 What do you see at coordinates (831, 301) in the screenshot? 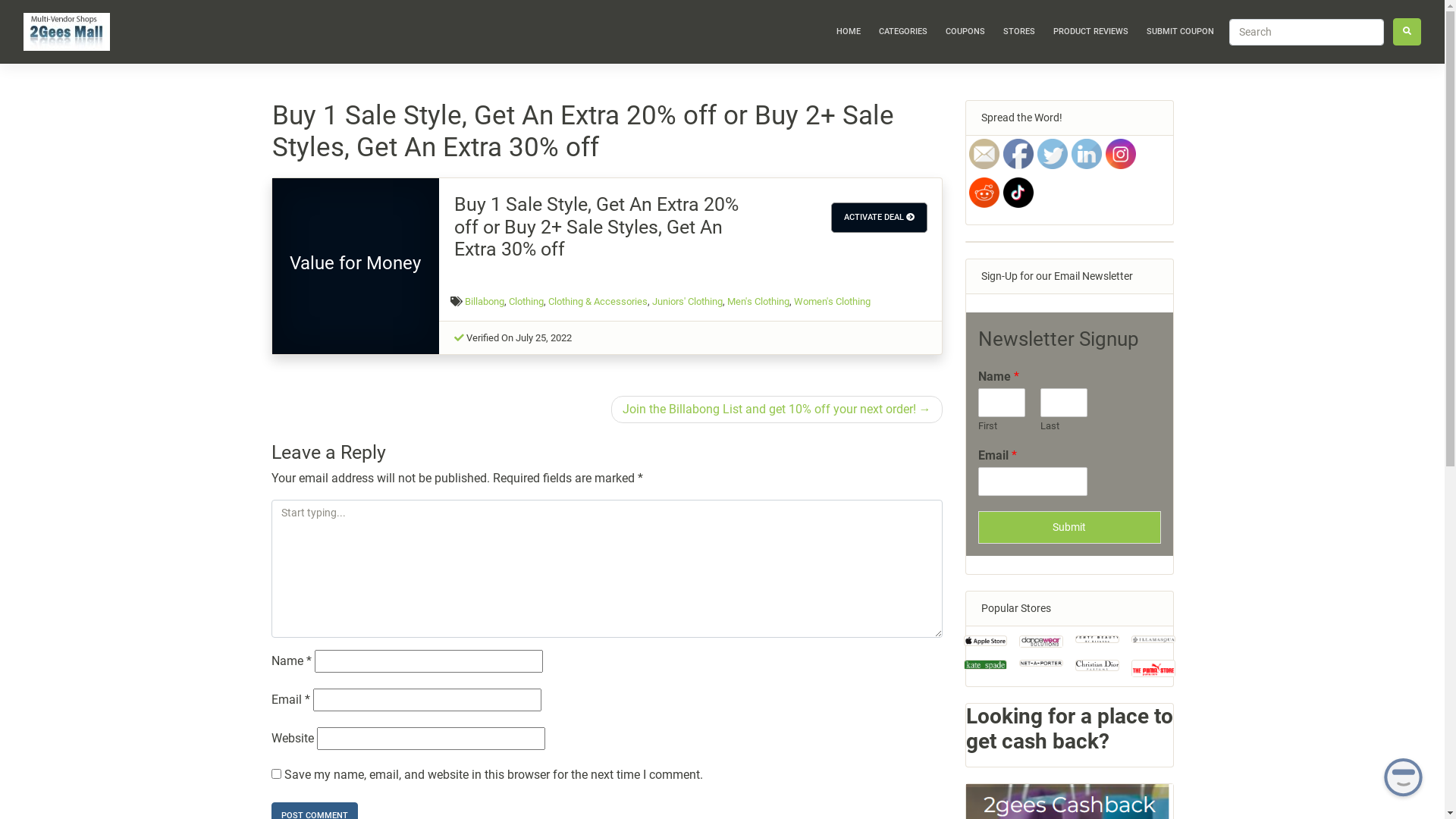
I see `'Women's Clothing'` at bounding box center [831, 301].